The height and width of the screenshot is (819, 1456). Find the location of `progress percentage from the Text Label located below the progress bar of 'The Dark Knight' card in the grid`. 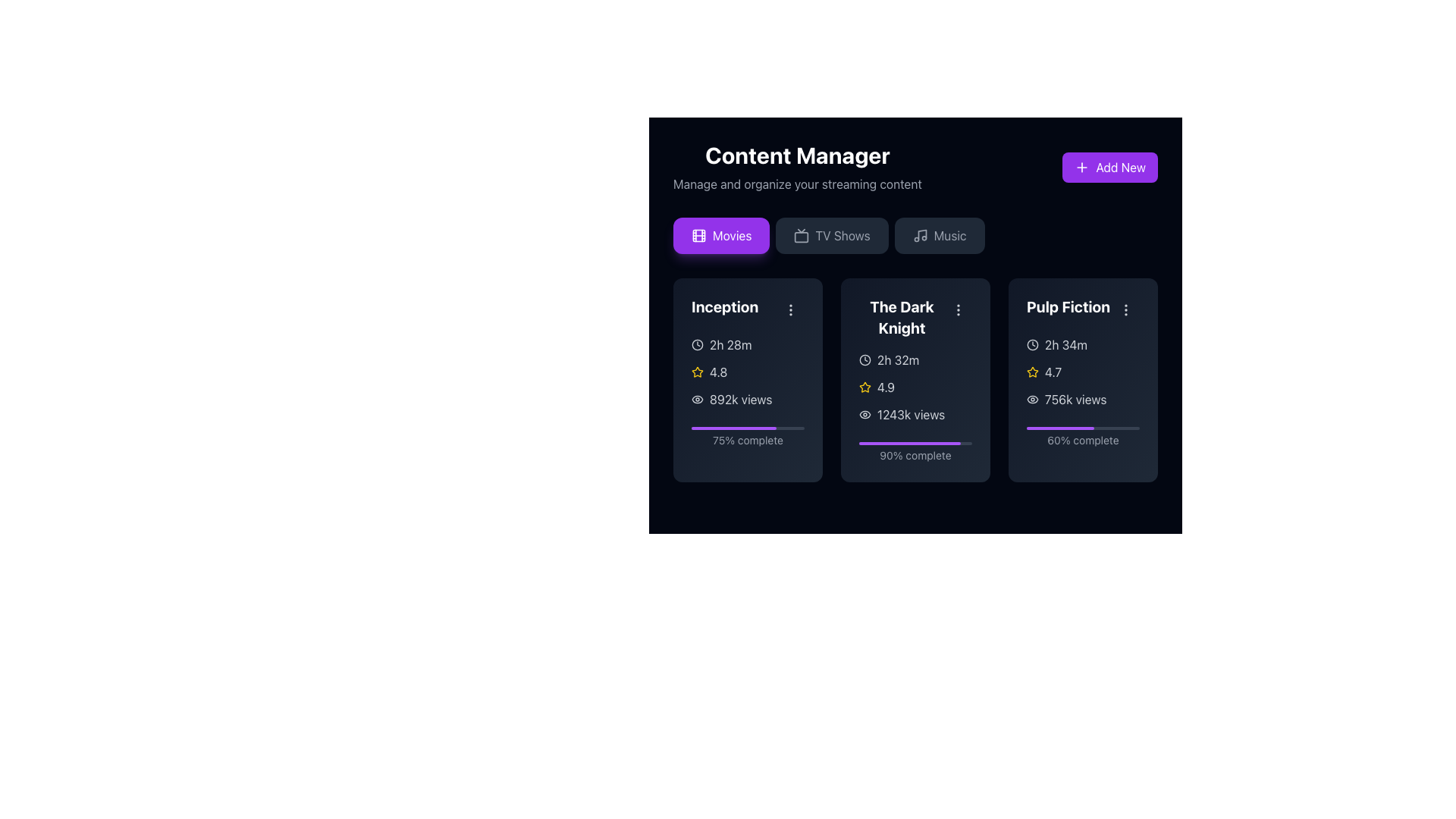

progress percentage from the Text Label located below the progress bar of 'The Dark Knight' card in the grid is located at coordinates (915, 455).